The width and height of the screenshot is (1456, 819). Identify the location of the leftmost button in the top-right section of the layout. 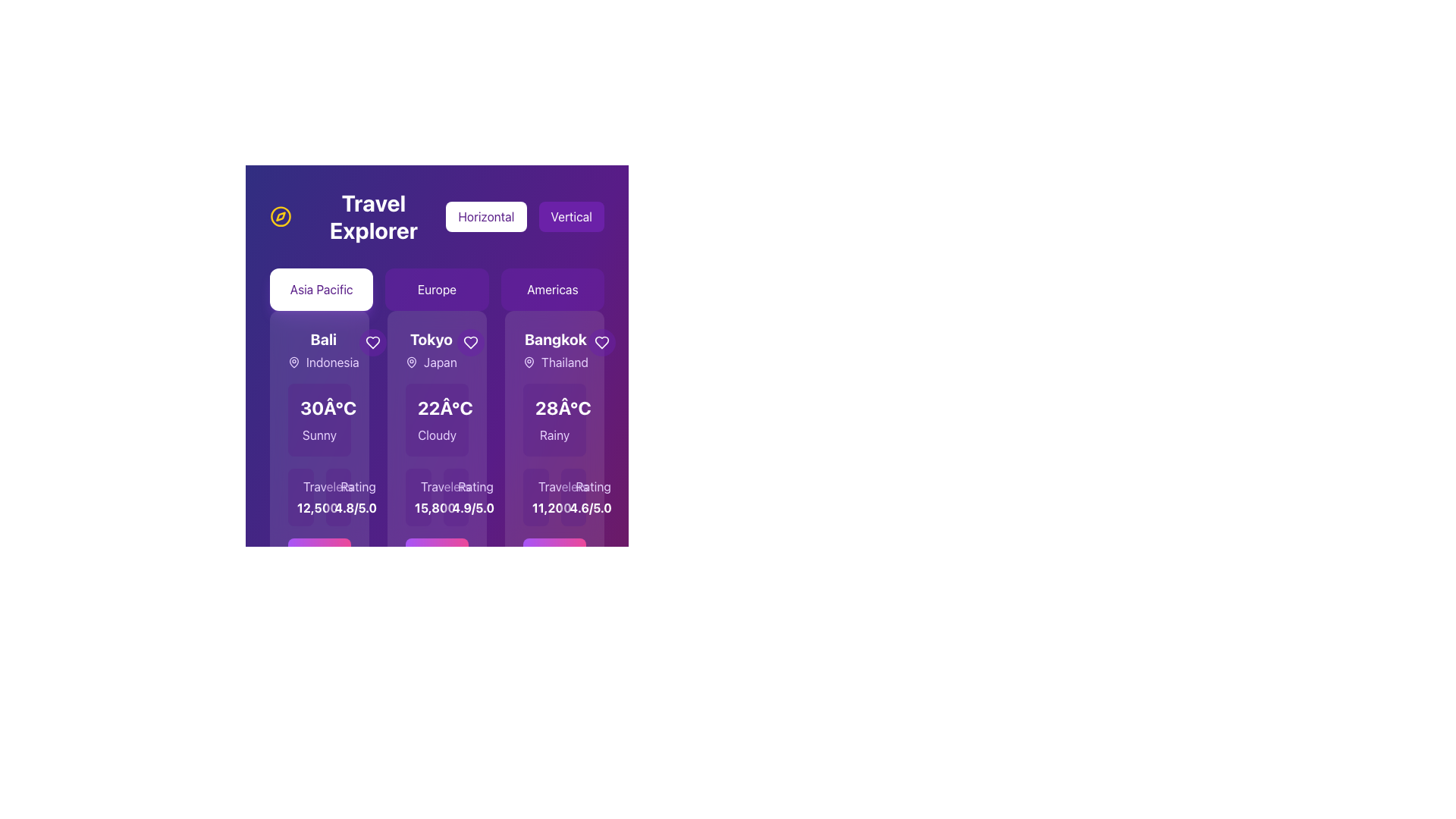
(486, 216).